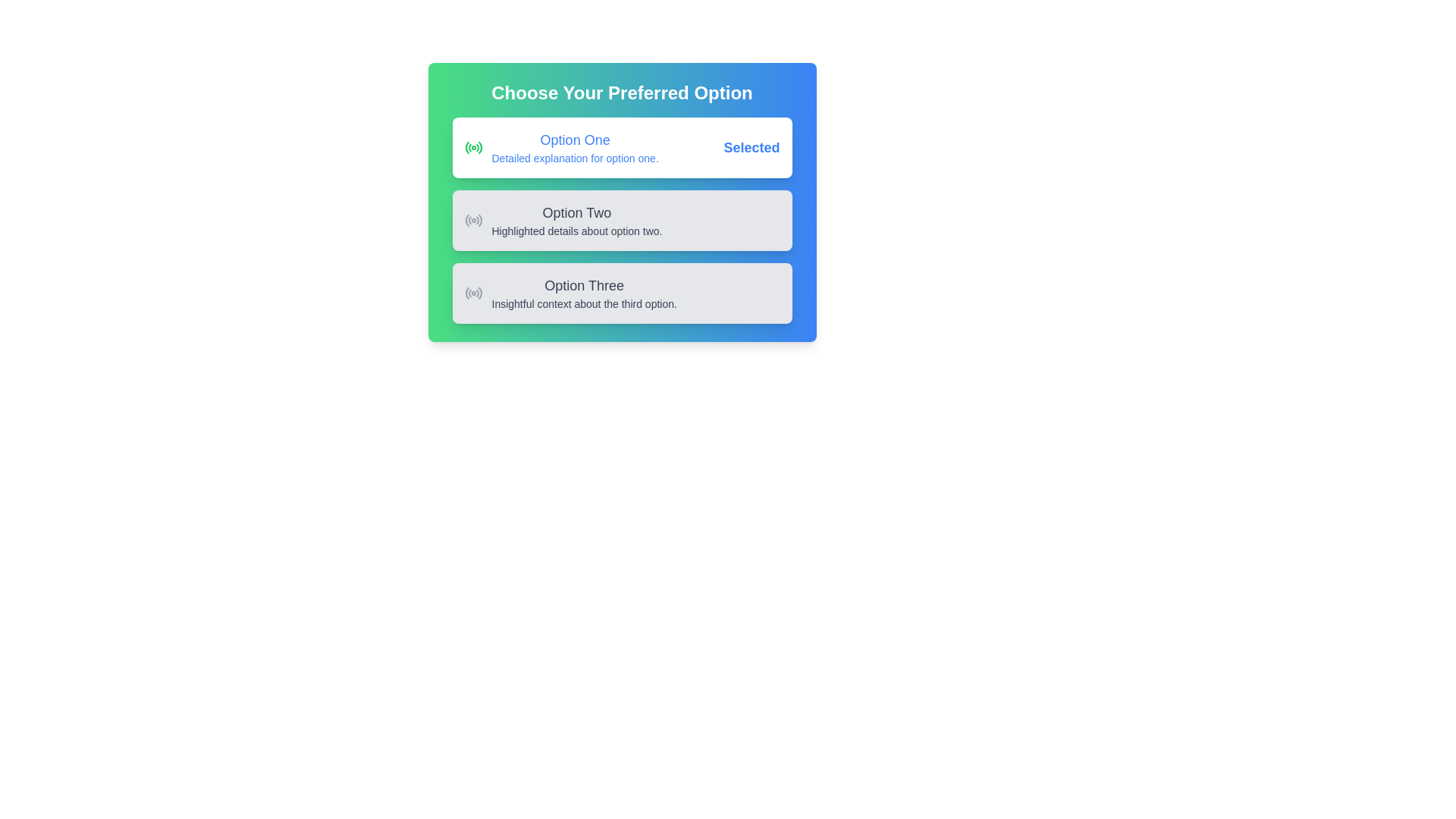  What do you see at coordinates (563, 220) in the screenshot?
I see `the Interactive Option Block titled 'Option Two'` at bounding box center [563, 220].